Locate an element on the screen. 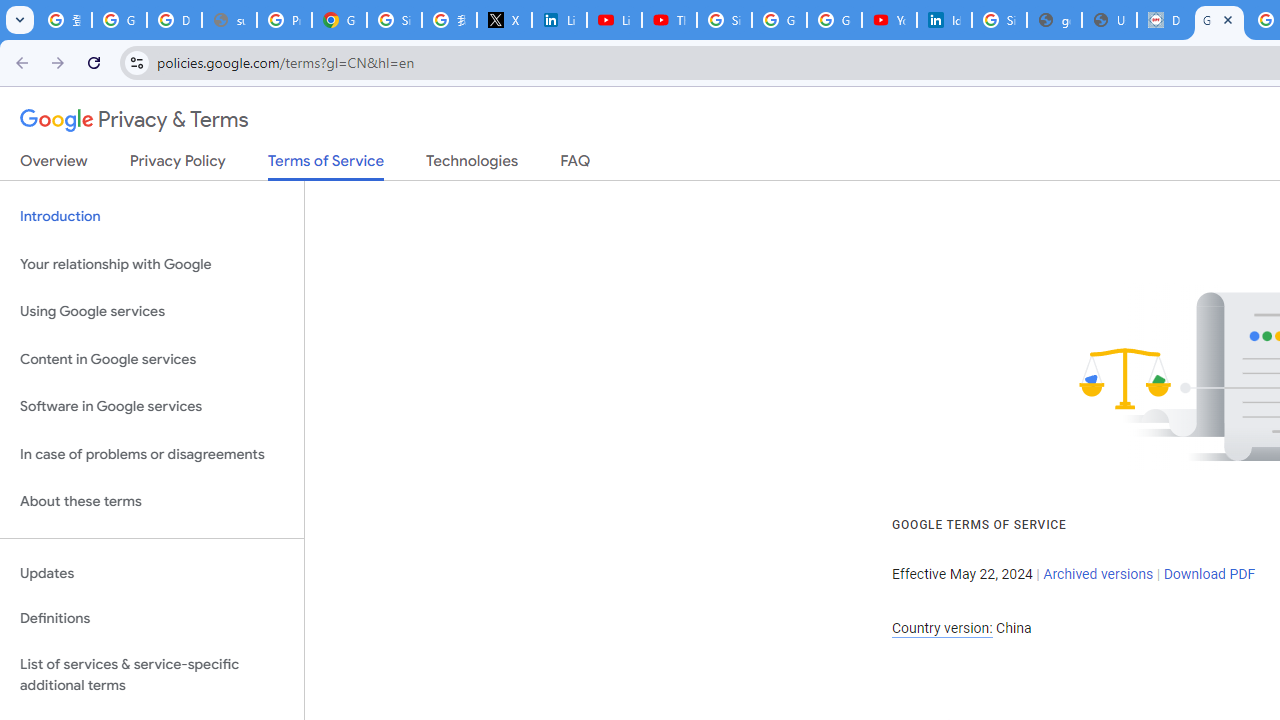 The image size is (1280, 720). 'Privacy Help Center - Policies Help' is located at coordinates (283, 20).